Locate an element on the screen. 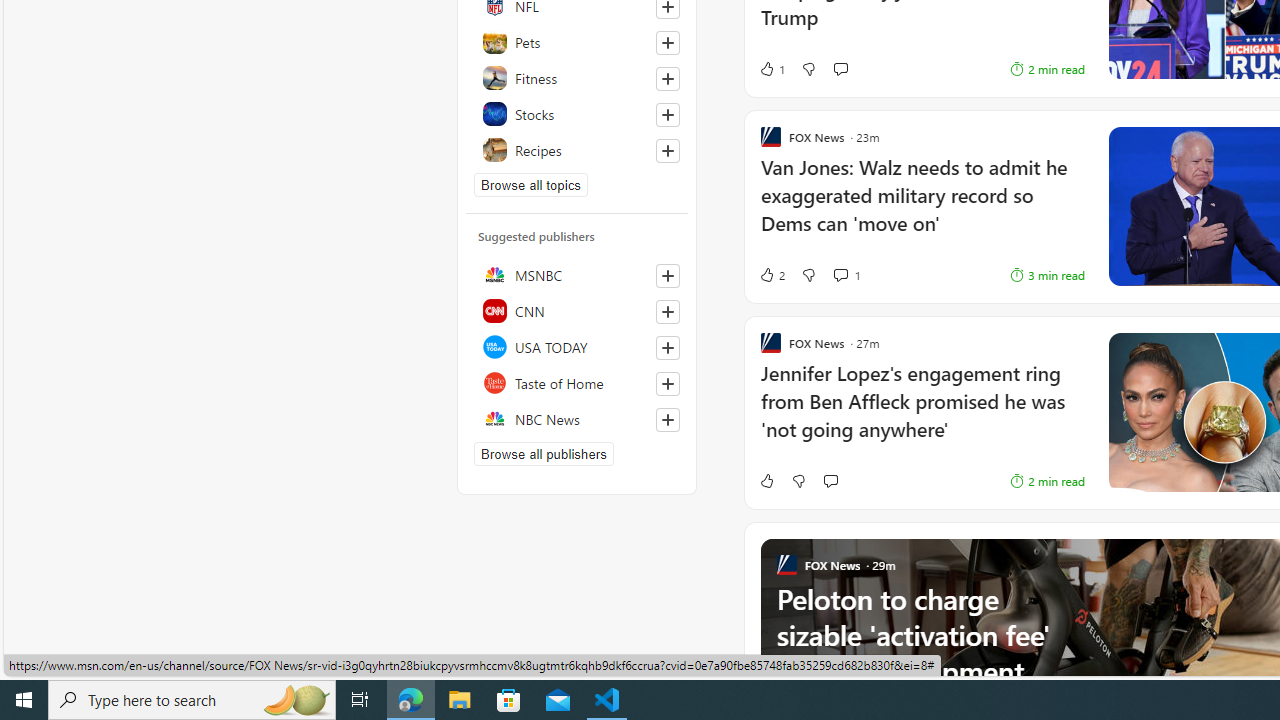  'Fitness' is located at coordinates (576, 77).